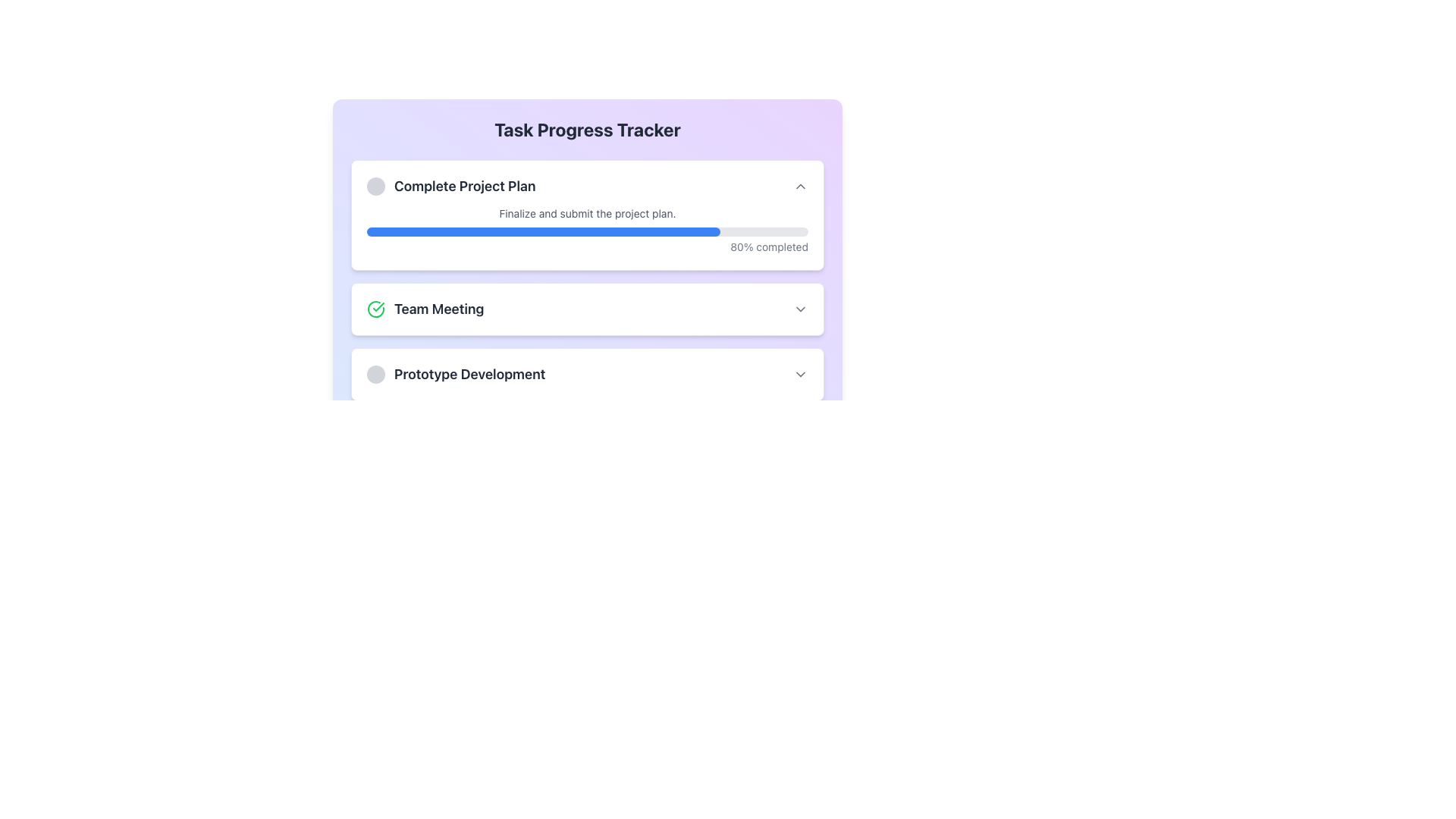 The height and width of the screenshot is (819, 1456). I want to click on the bold, large-sized text label reading 'Task Progress Tracker' located at the top of the card interface, so click(586, 128).